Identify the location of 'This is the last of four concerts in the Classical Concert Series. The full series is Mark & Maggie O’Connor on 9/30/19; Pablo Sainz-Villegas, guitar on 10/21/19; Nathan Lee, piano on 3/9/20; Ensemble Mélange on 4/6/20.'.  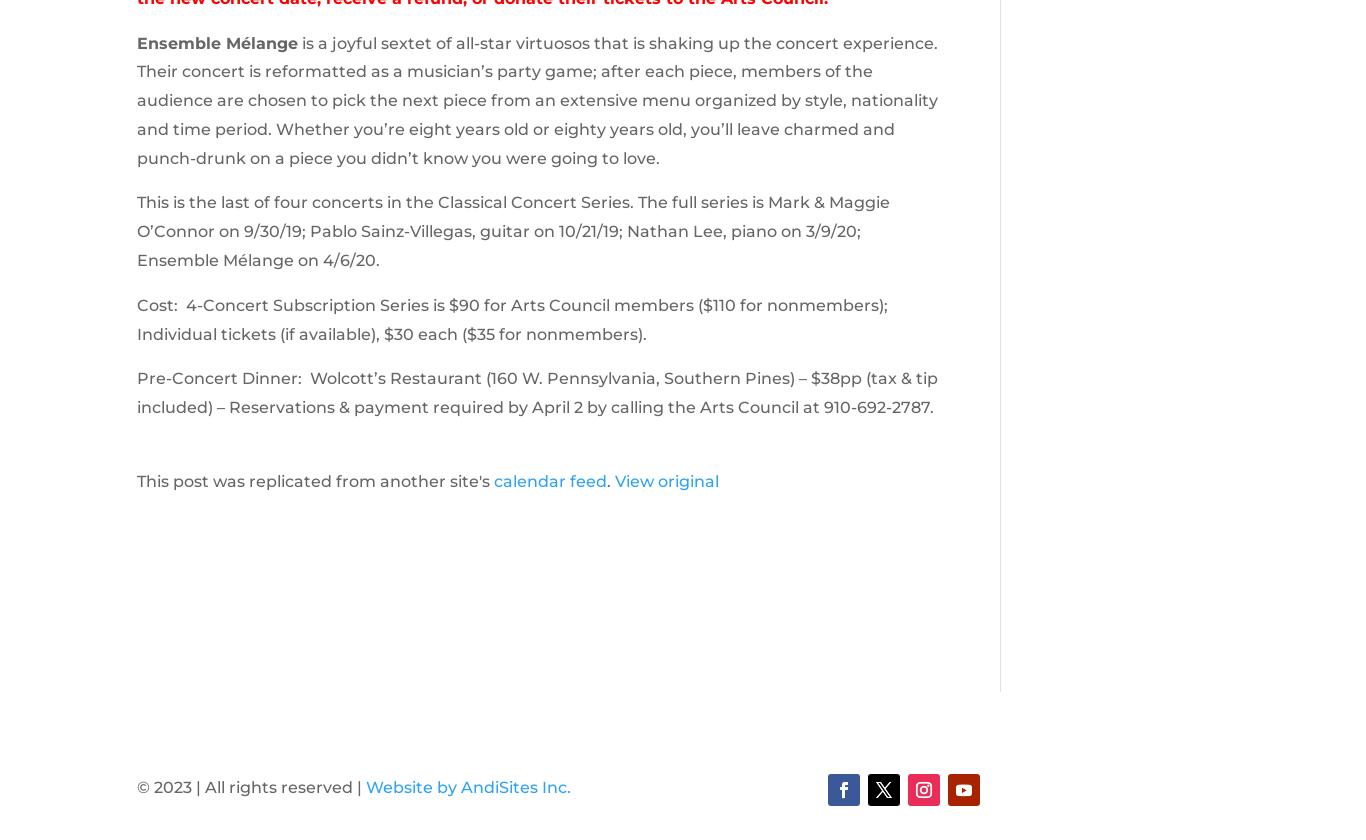
(512, 231).